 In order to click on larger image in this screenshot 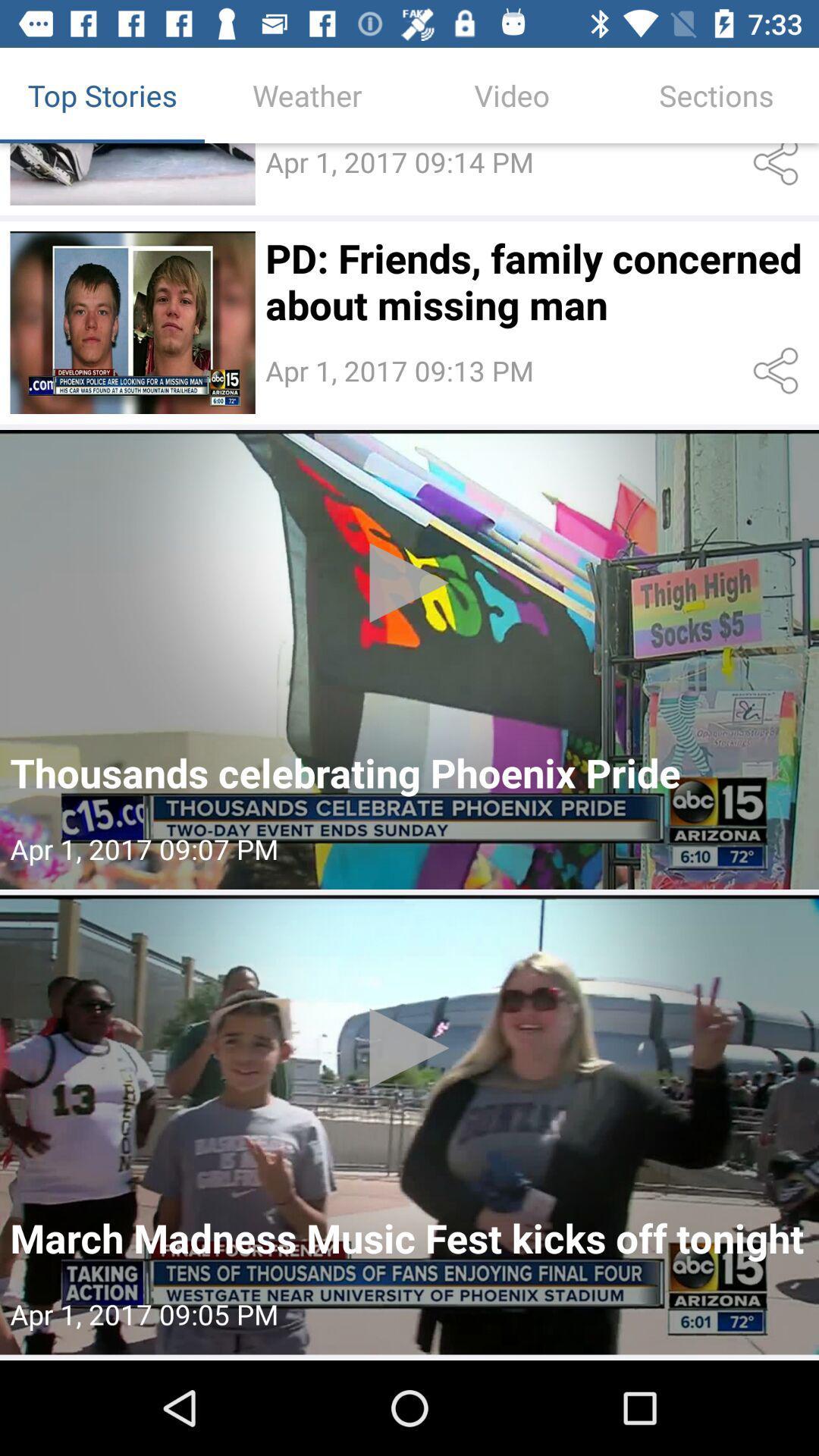, I will do `click(132, 174)`.